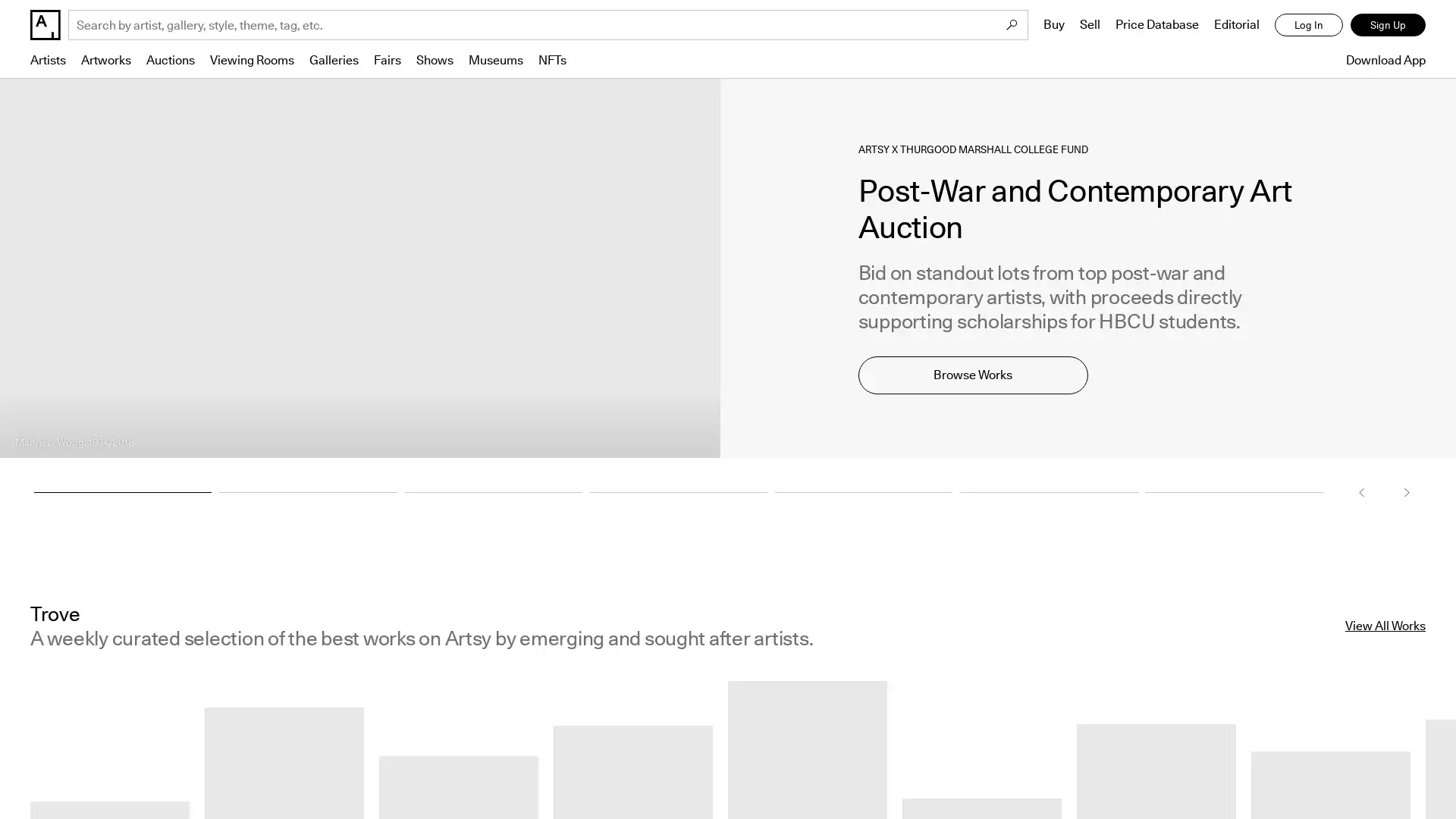 This screenshot has width=1456, height=819. Describe the element at coordinates (1405, 491) in the screenshot. I see `Navigate right` at that location.